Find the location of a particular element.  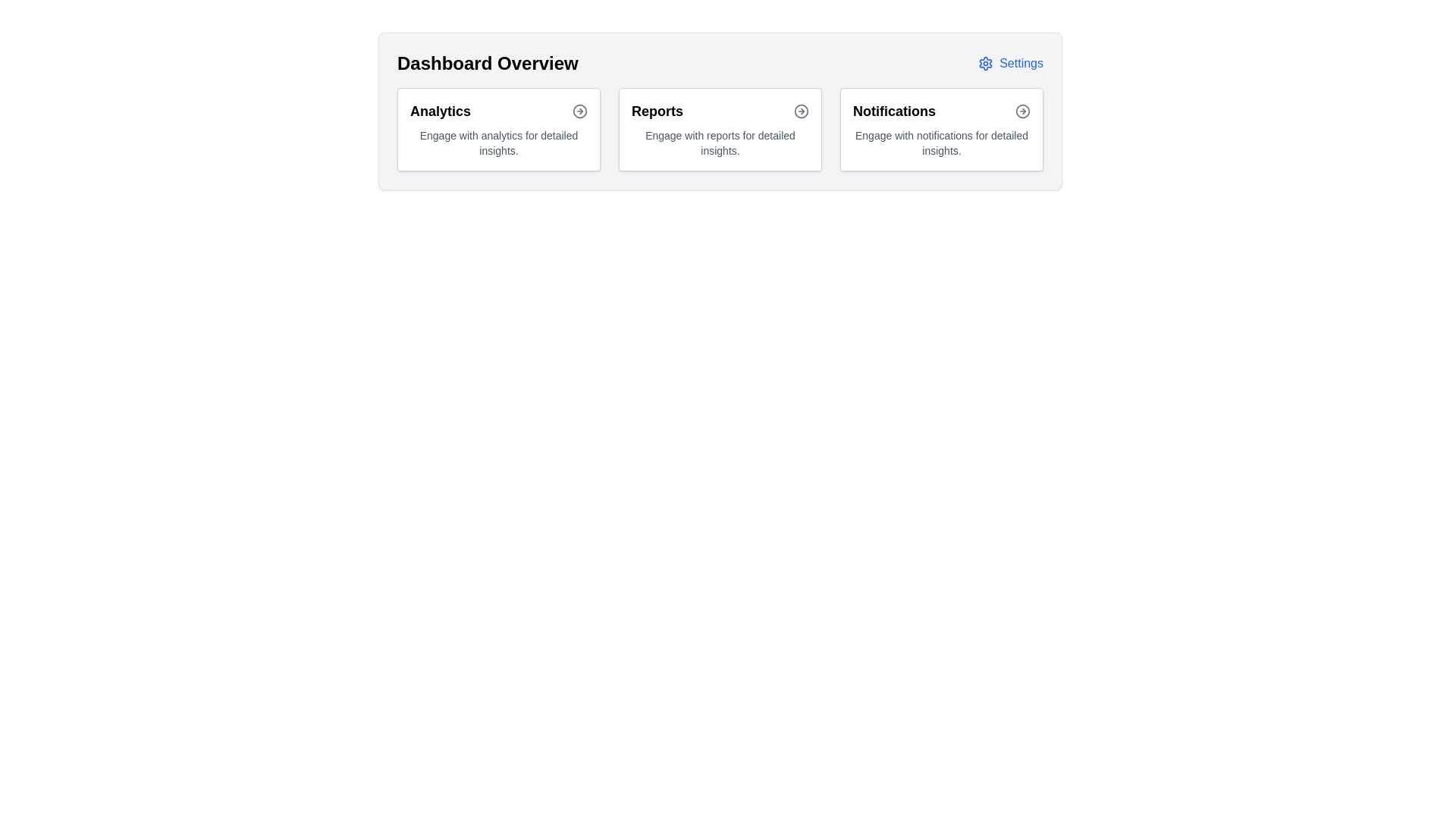

the 'Settings' button with the blue gear icon located in the upper right portion of the header area is located at coordinates (1011, 63).